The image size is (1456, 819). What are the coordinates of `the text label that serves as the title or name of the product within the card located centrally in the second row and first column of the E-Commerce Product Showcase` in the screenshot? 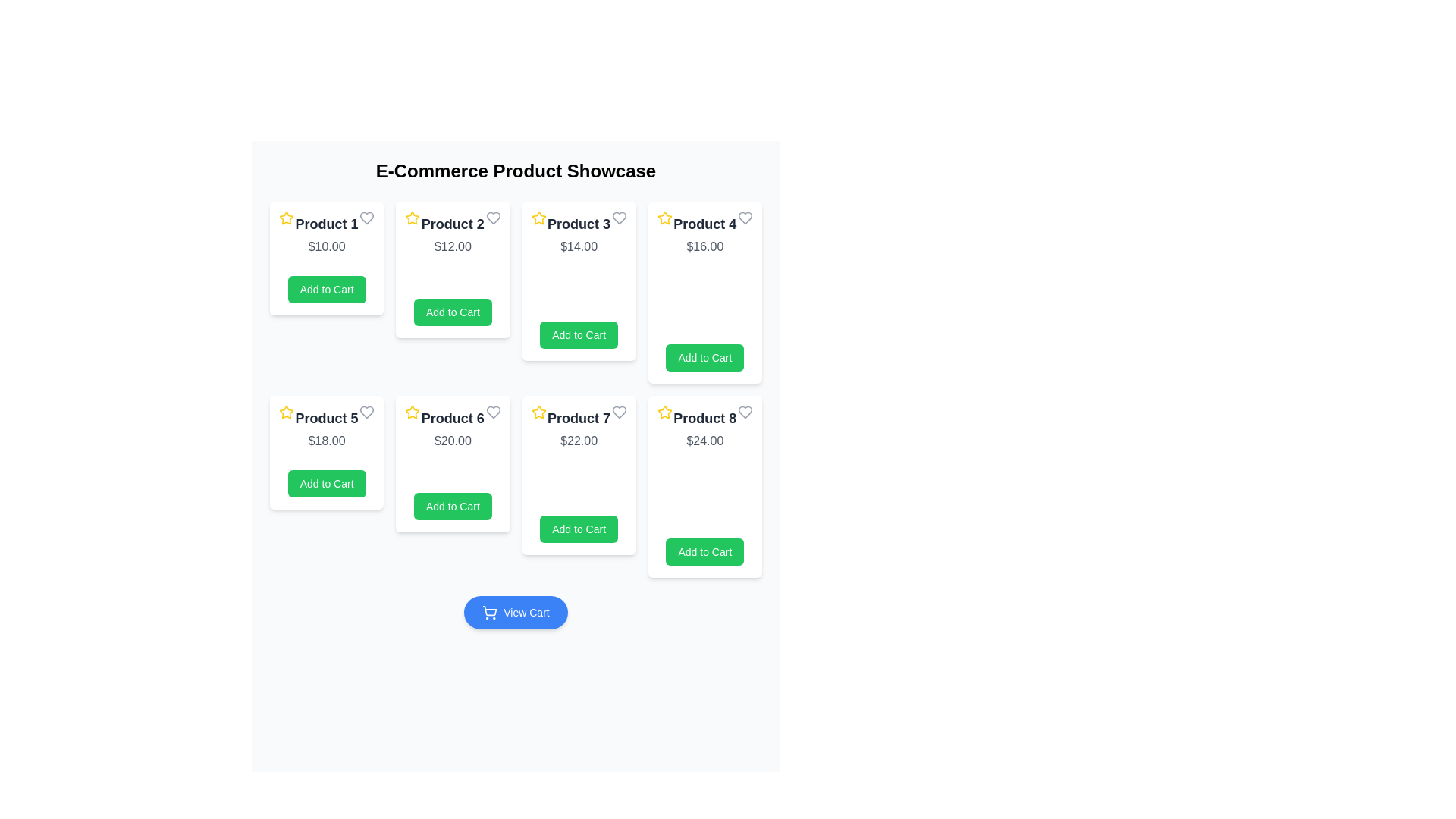 It's located at (326, 418).